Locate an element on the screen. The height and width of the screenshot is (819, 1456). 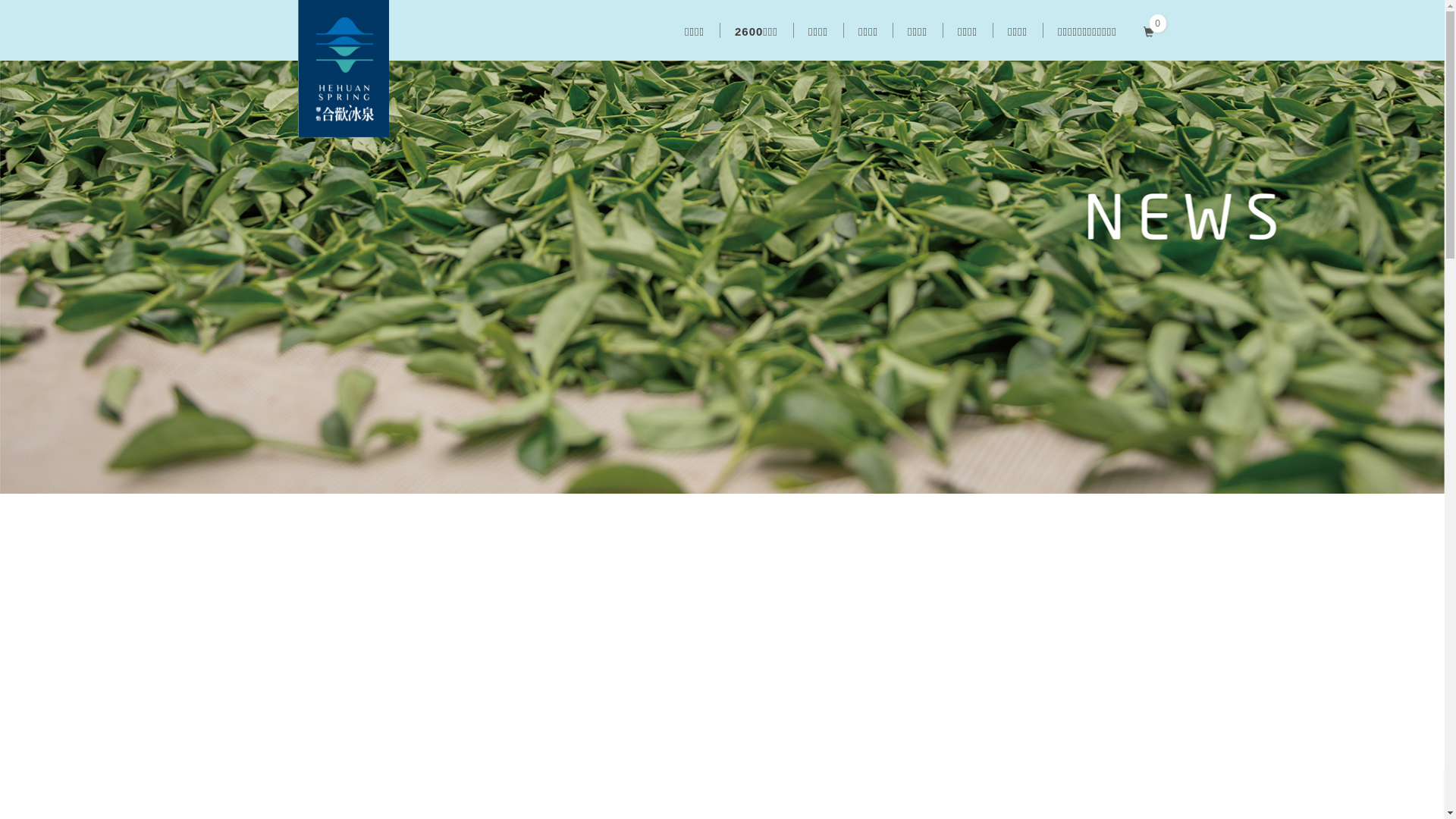
'0' is located at coordinates (1149, 30).